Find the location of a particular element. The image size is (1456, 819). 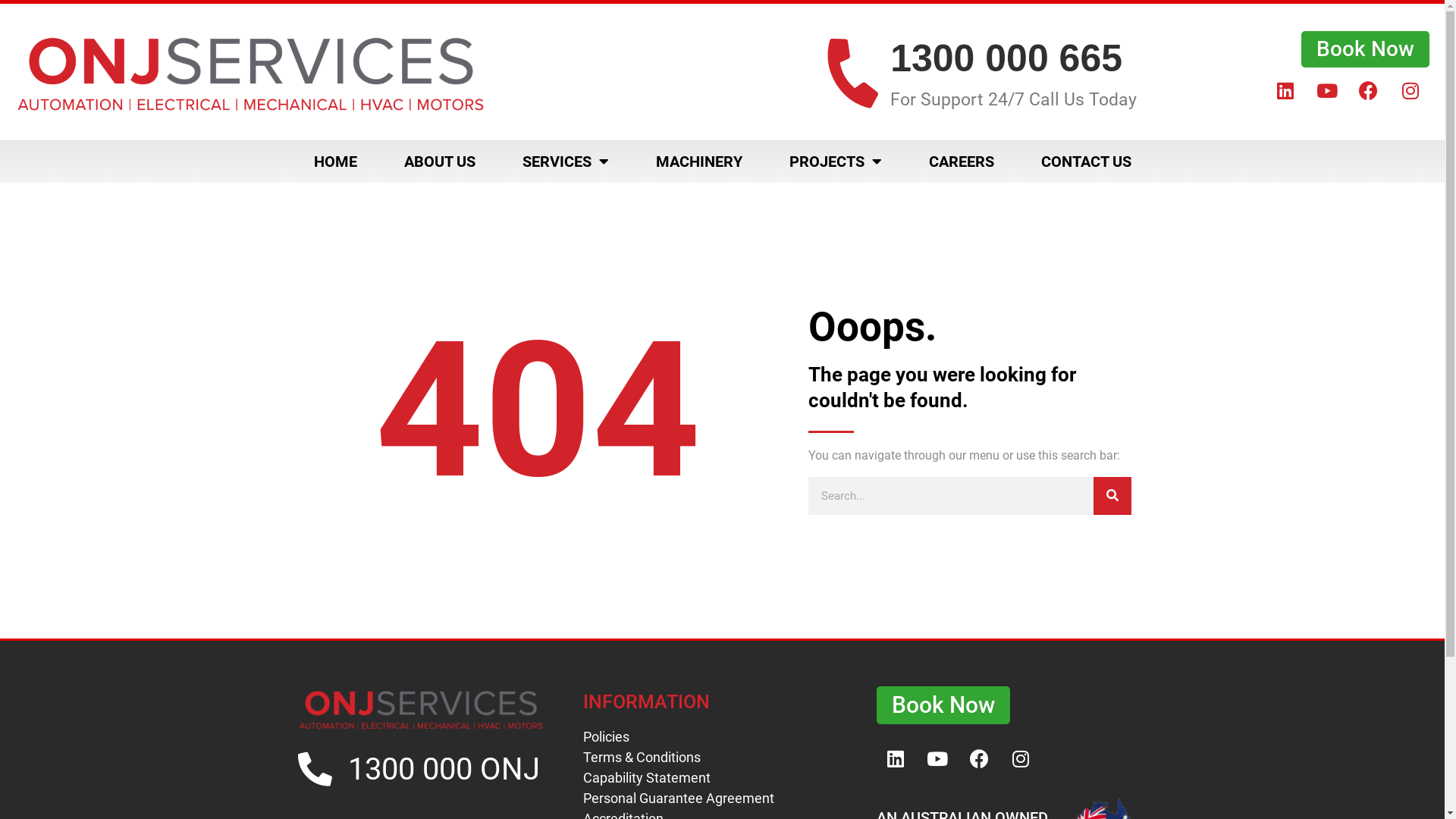

'CAREERS' is located at coordinates (960, 161).